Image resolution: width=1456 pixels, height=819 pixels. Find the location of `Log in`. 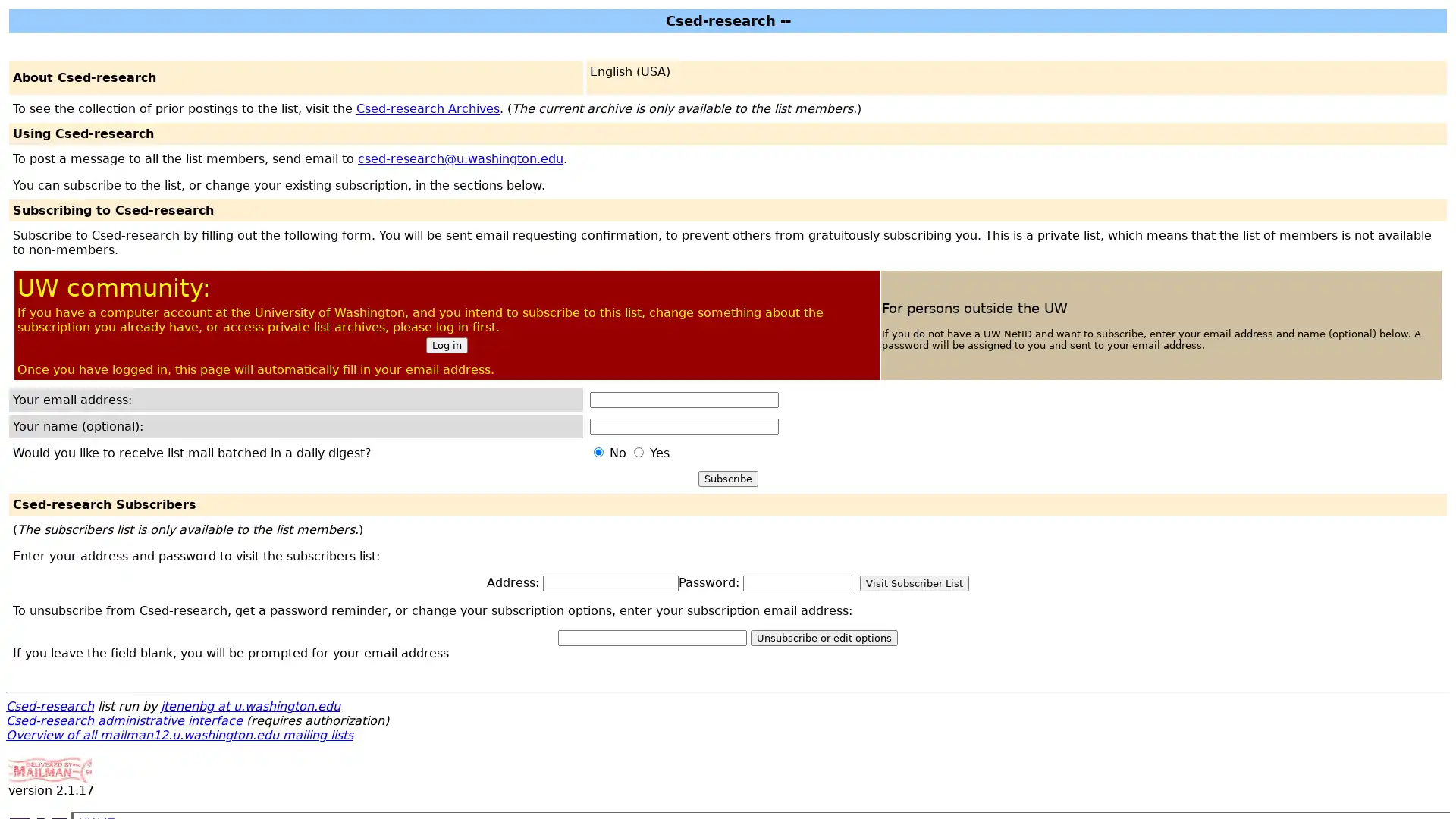

Log in is located at coordinates (446, 345).